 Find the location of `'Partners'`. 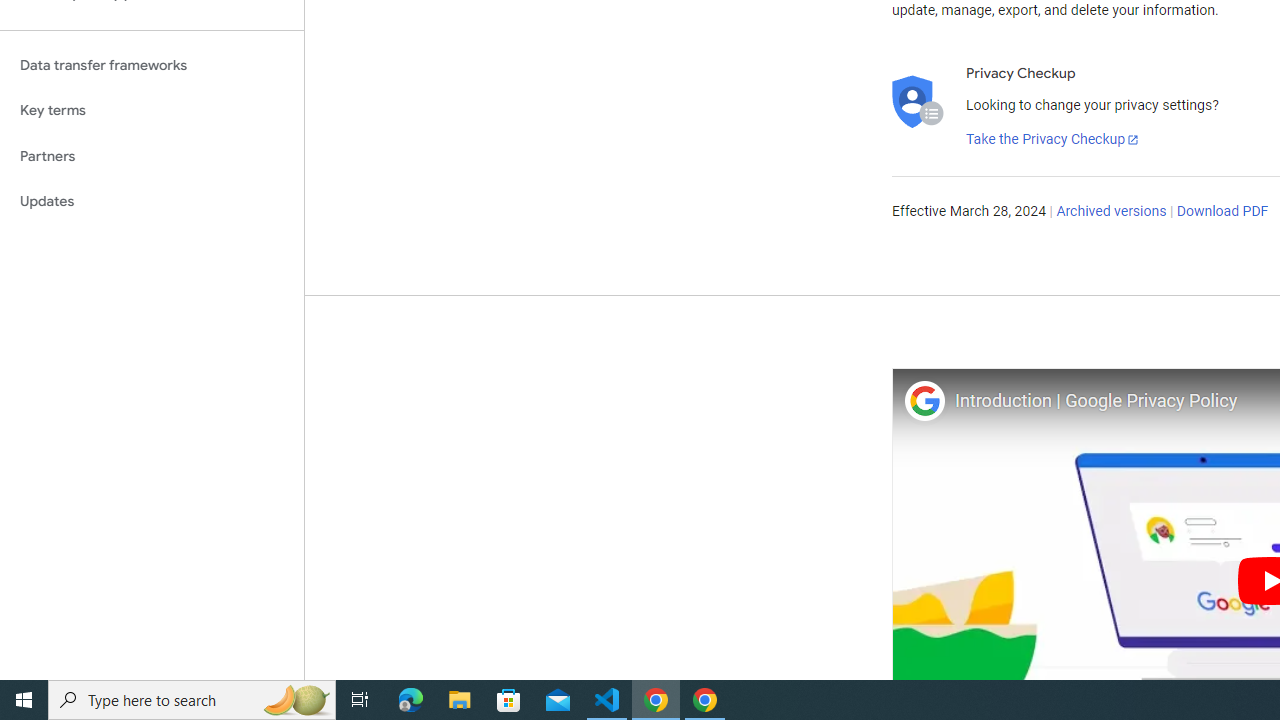

'Partners' is located at coordinates (151, 155).